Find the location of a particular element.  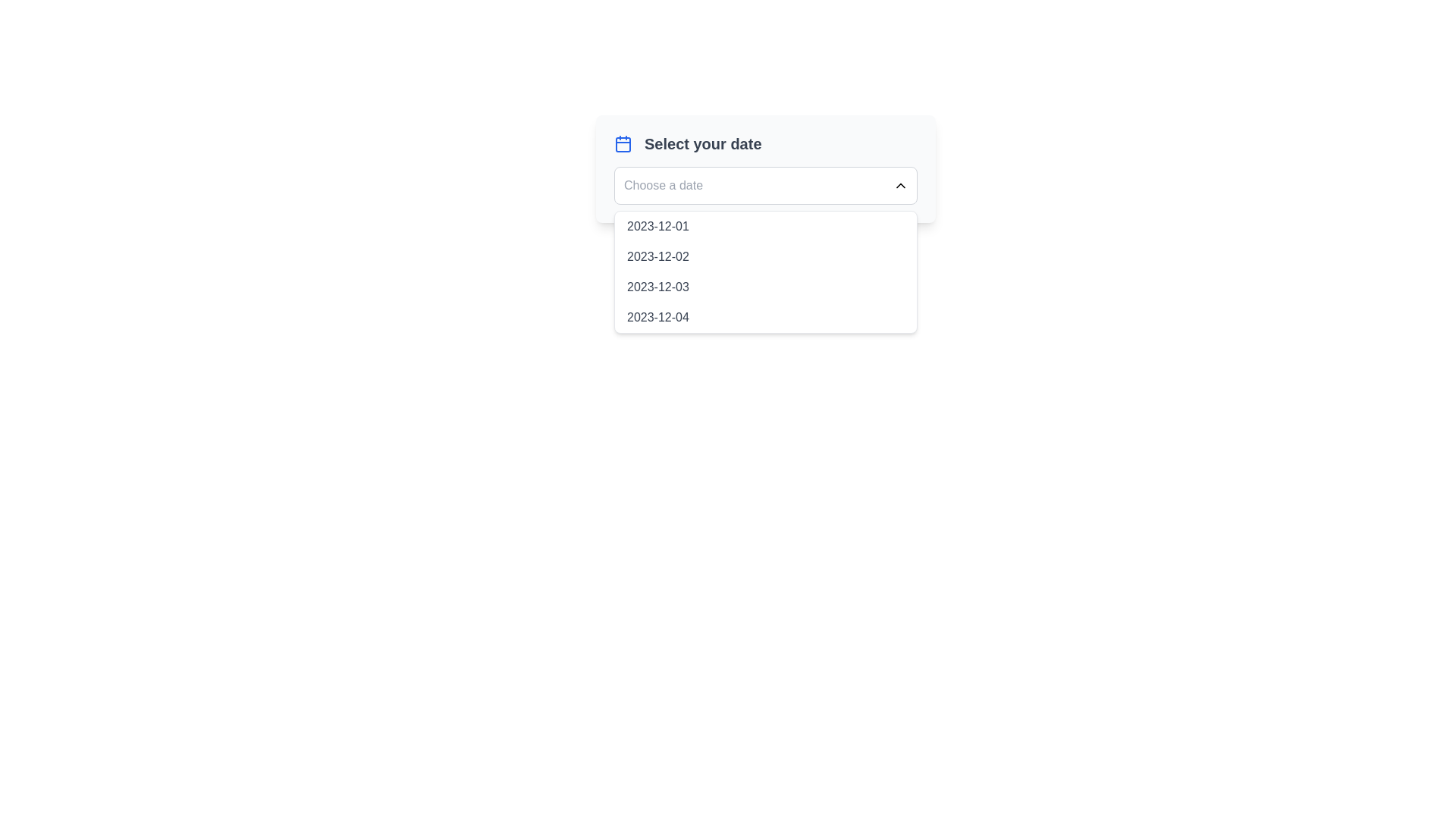

the small upward-pointing arrow icon located at the far right of the date picker input field is located at coordinates (901, 185).